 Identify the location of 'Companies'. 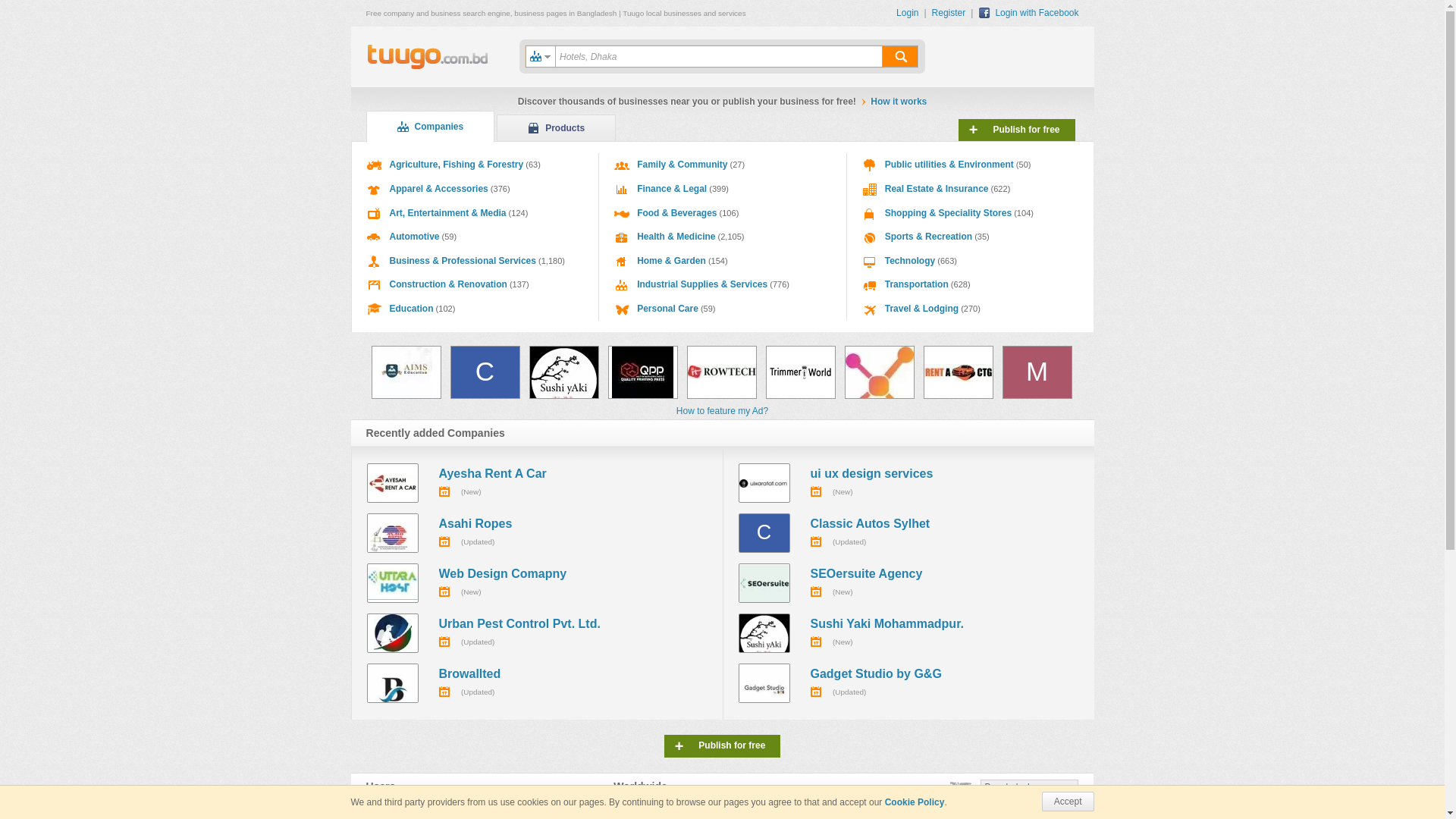
(428, 125).